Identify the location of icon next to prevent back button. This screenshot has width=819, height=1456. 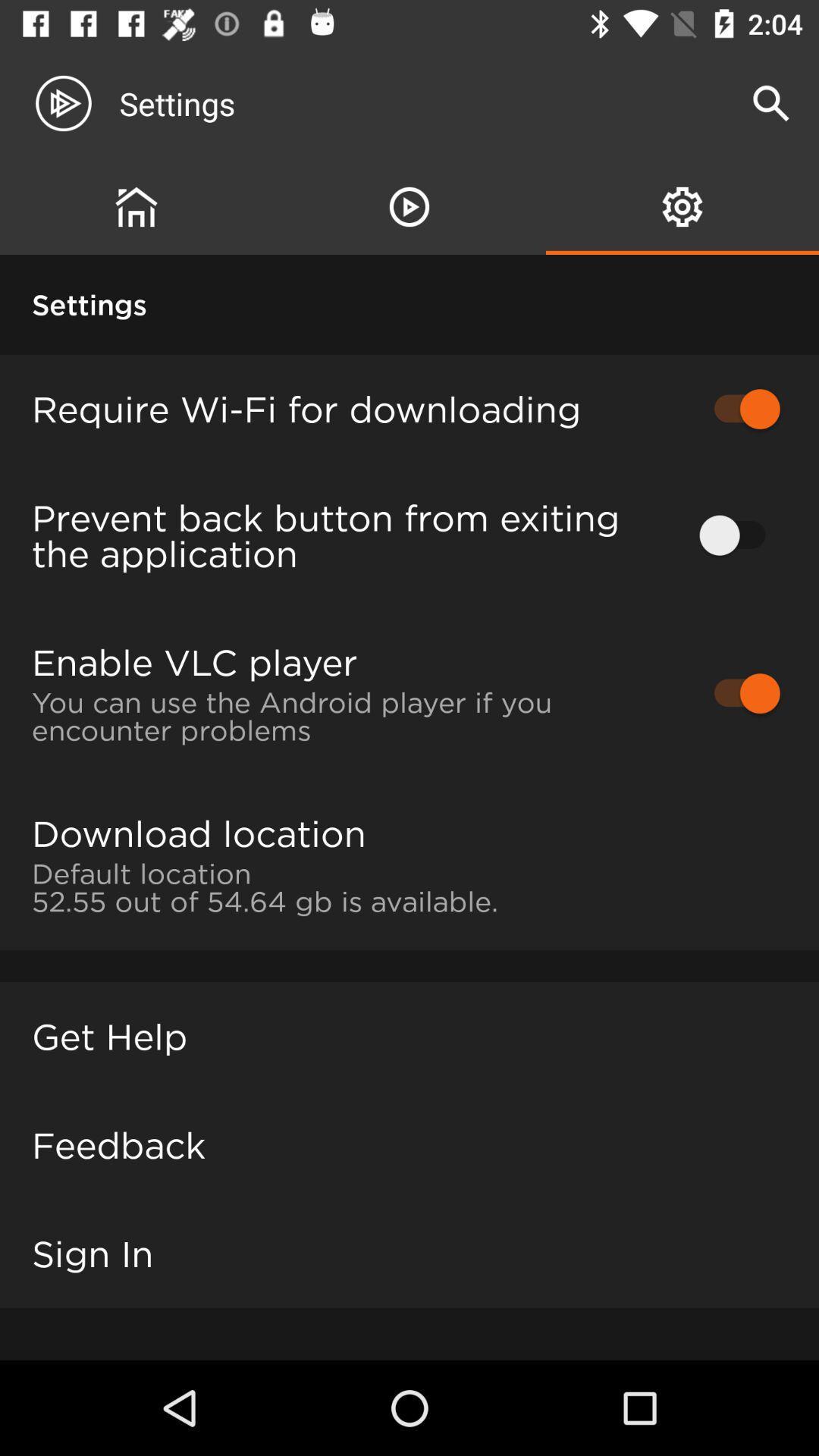
(739, 535).